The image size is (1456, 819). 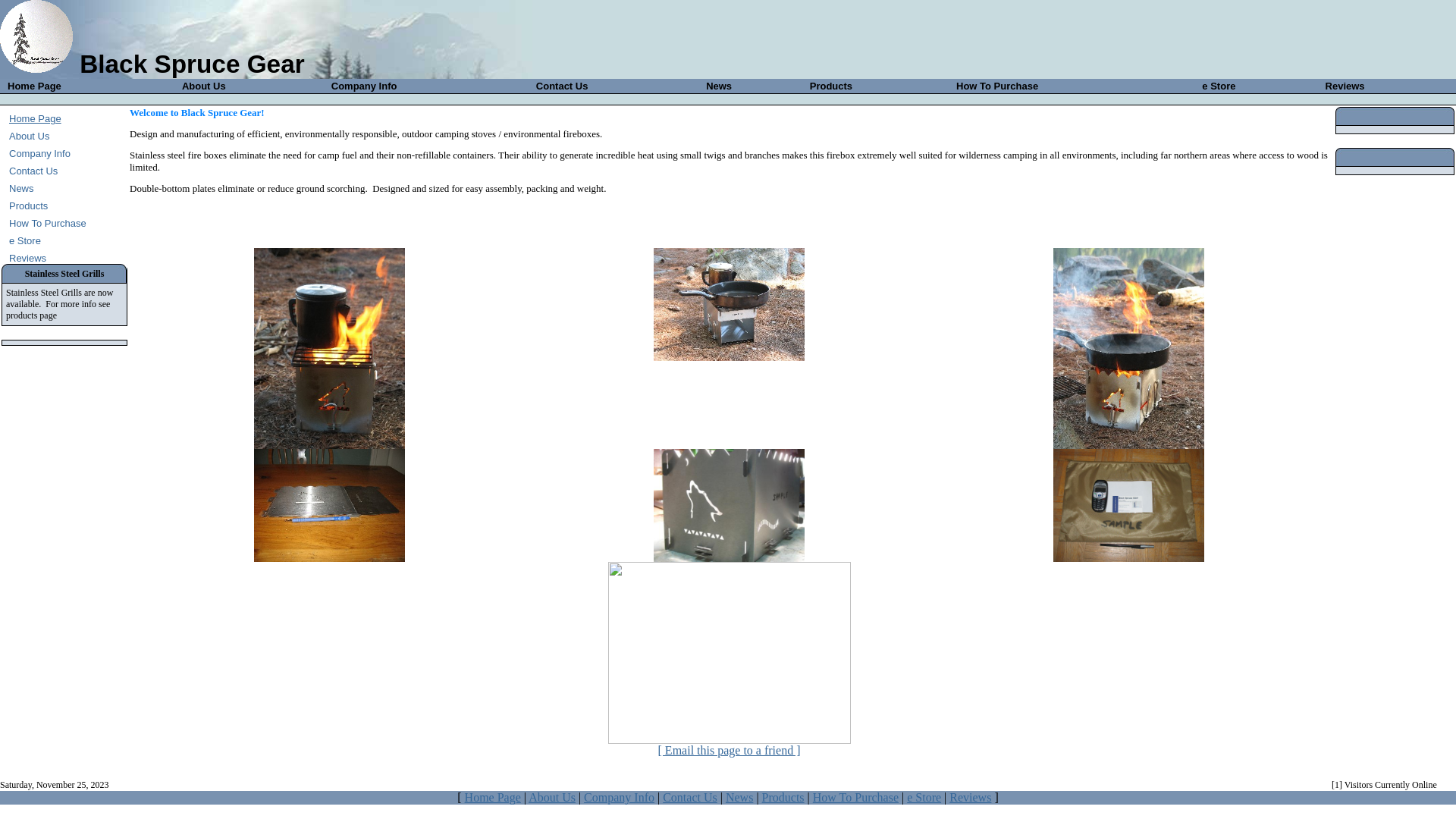 What do you see at coordinates (997, 86) in the screenshot?
I see `'How To Purchase'` at bounding box center [997, 86].